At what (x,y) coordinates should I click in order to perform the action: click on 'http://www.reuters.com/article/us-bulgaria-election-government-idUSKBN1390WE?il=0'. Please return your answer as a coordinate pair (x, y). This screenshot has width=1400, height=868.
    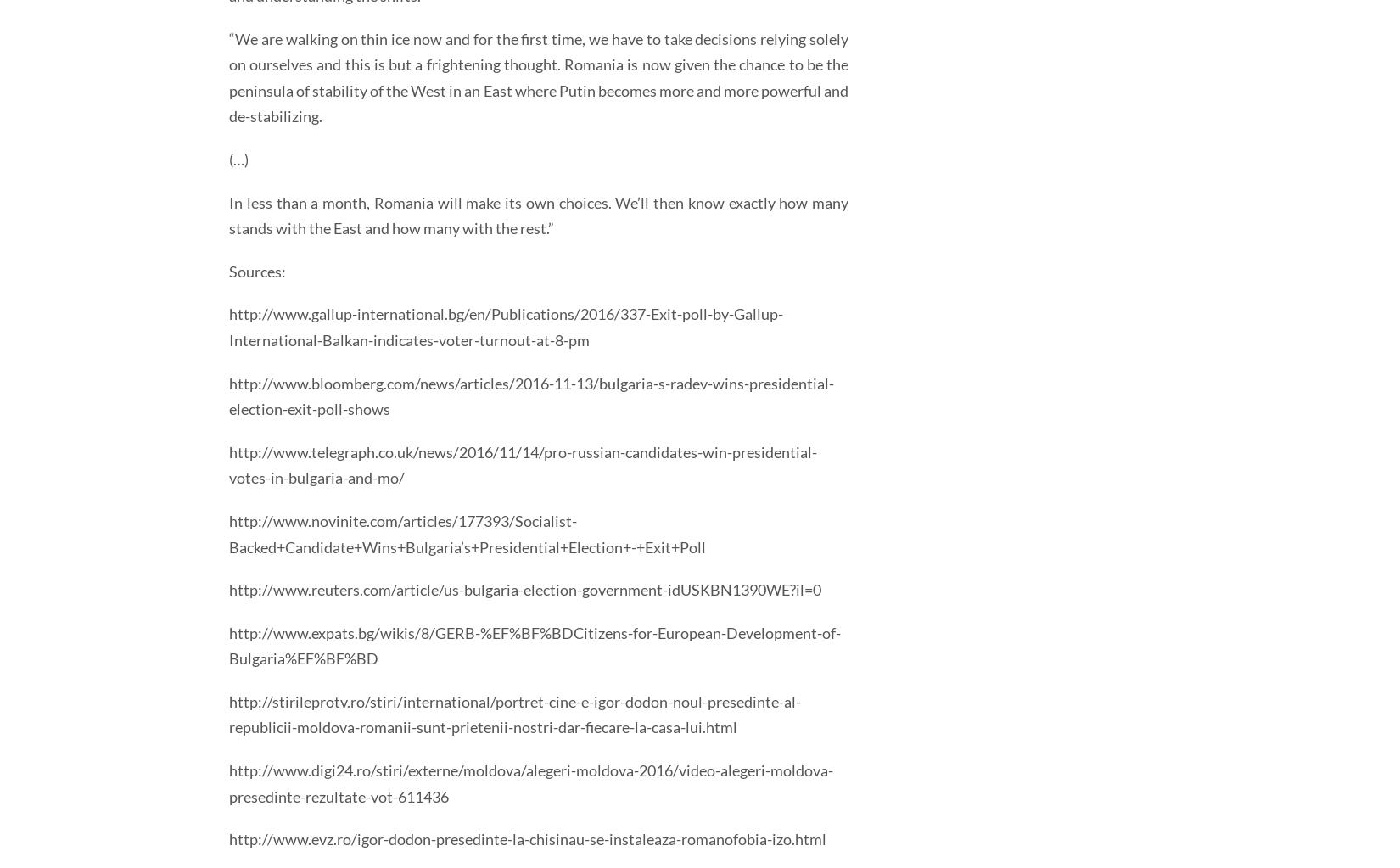
    Looking at the image, I should click on (228, 589).